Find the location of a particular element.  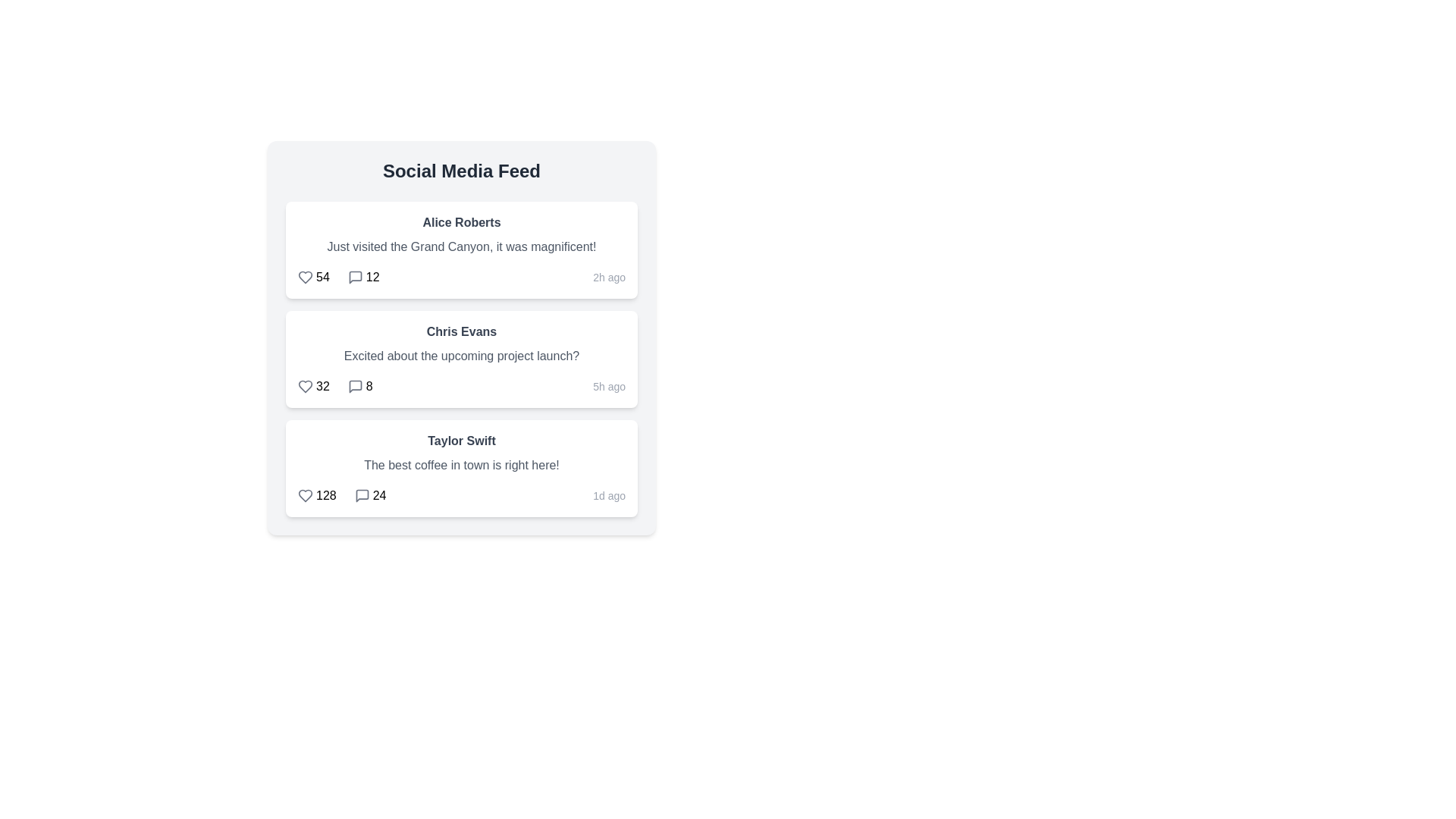

the comment icon for the post by Chris Evans is located at coordinates (354, 385).